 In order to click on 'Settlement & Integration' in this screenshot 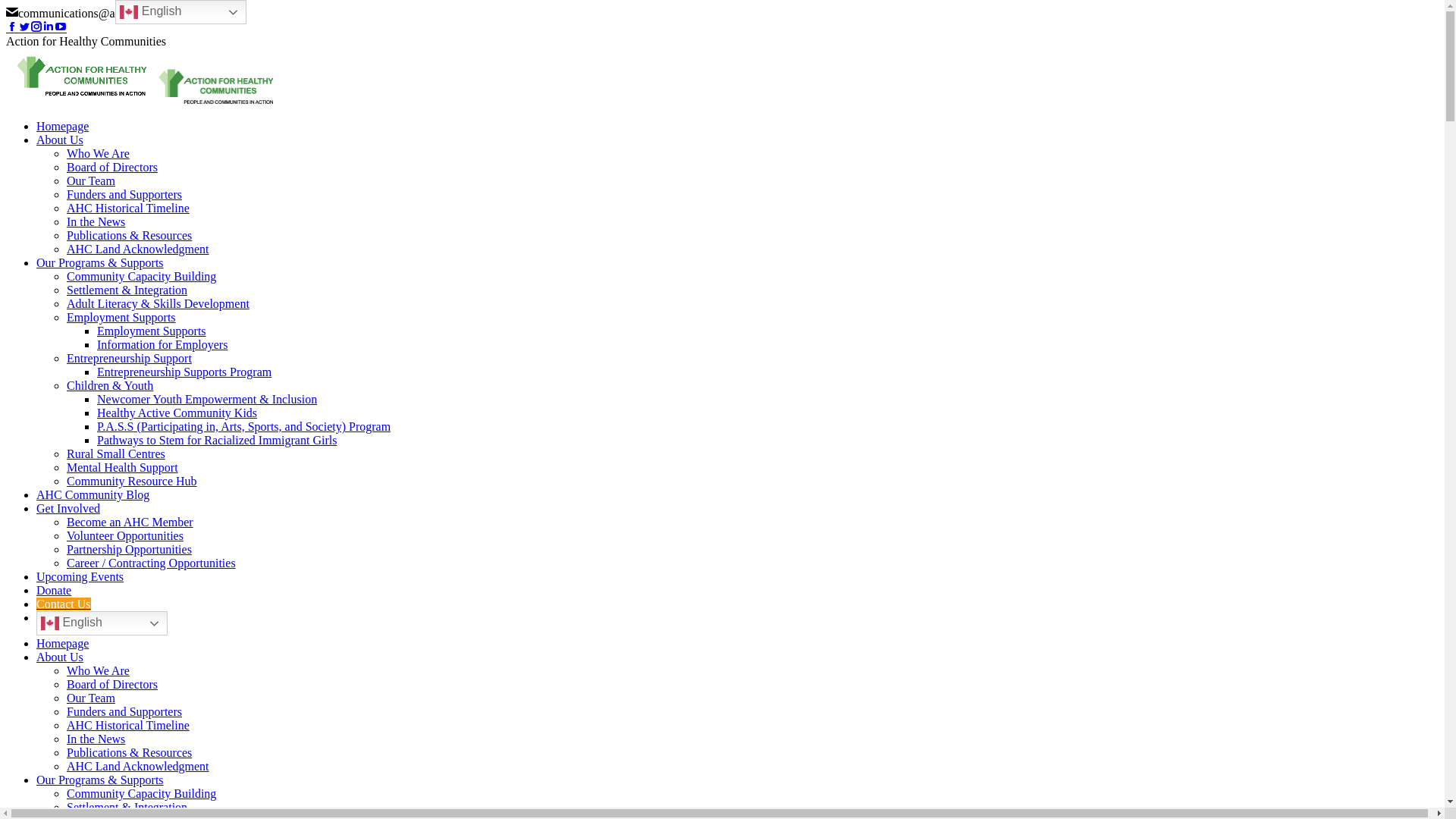, I will do `click(127, 806)`.